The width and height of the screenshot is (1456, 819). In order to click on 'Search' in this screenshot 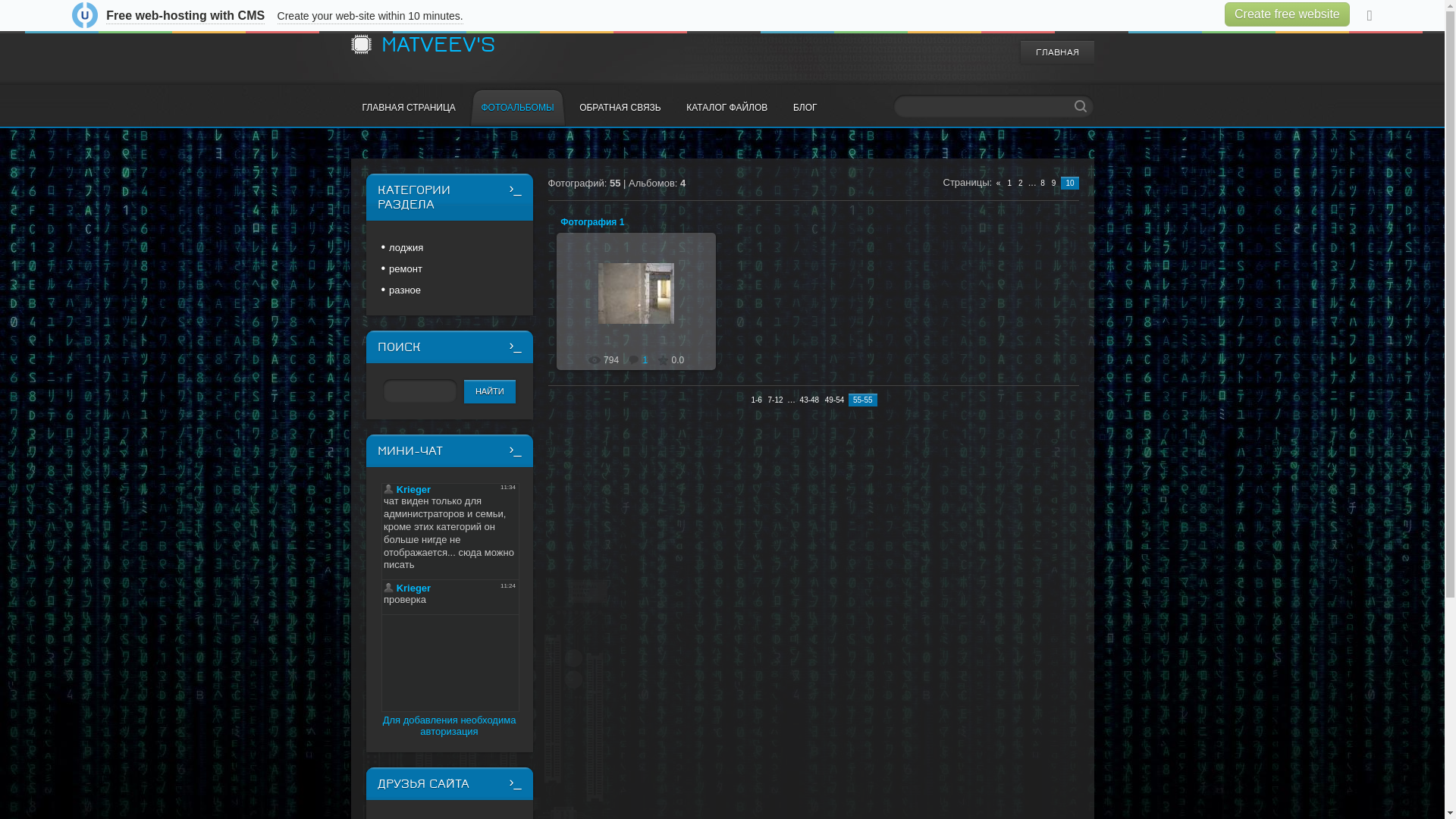, I will do `click(1079, 105)`.